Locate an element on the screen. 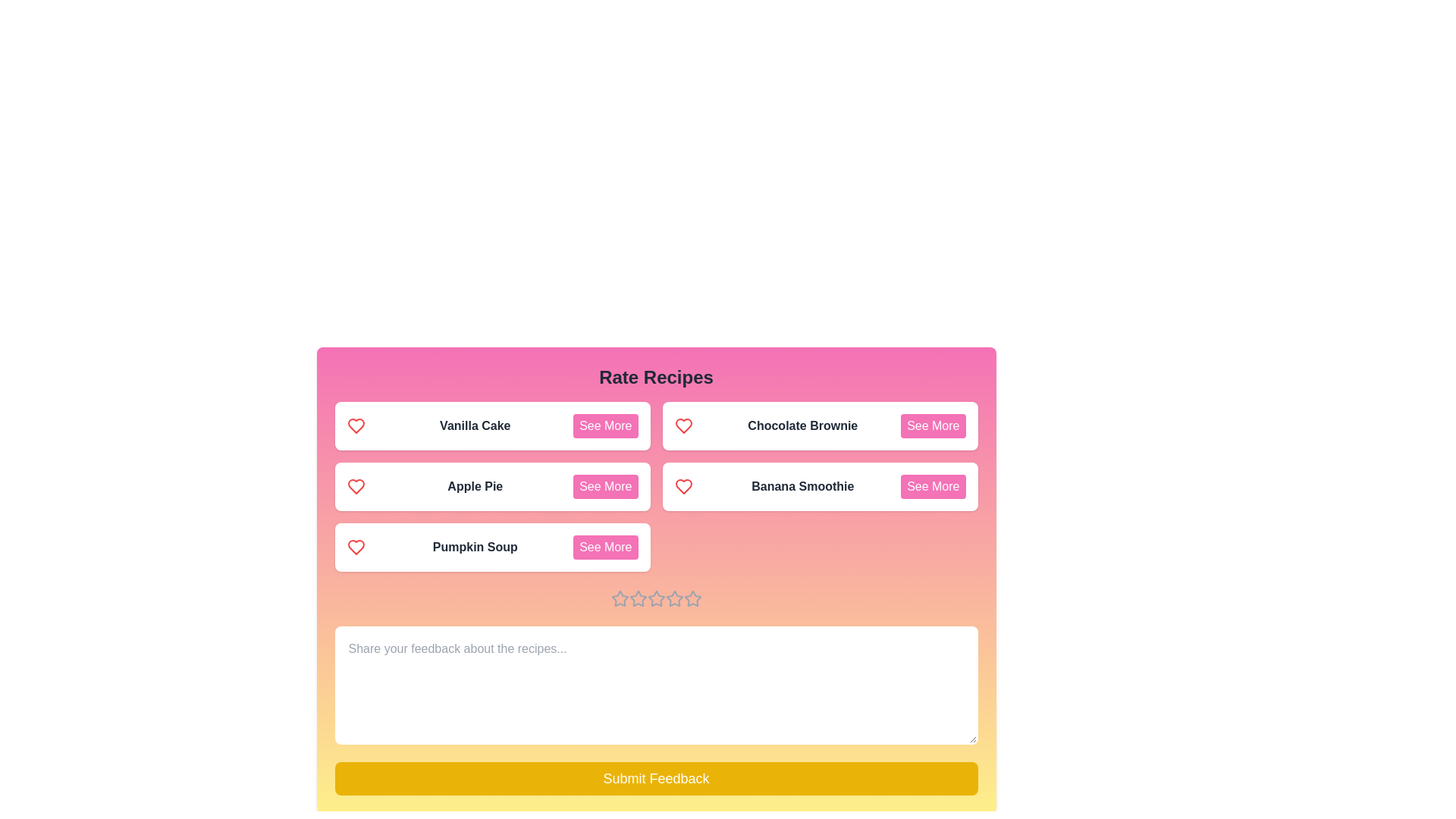 This screenshot has height=819, width=1456. the heart icon associated with Vanilla Cake is located at coordinates (355, 426).